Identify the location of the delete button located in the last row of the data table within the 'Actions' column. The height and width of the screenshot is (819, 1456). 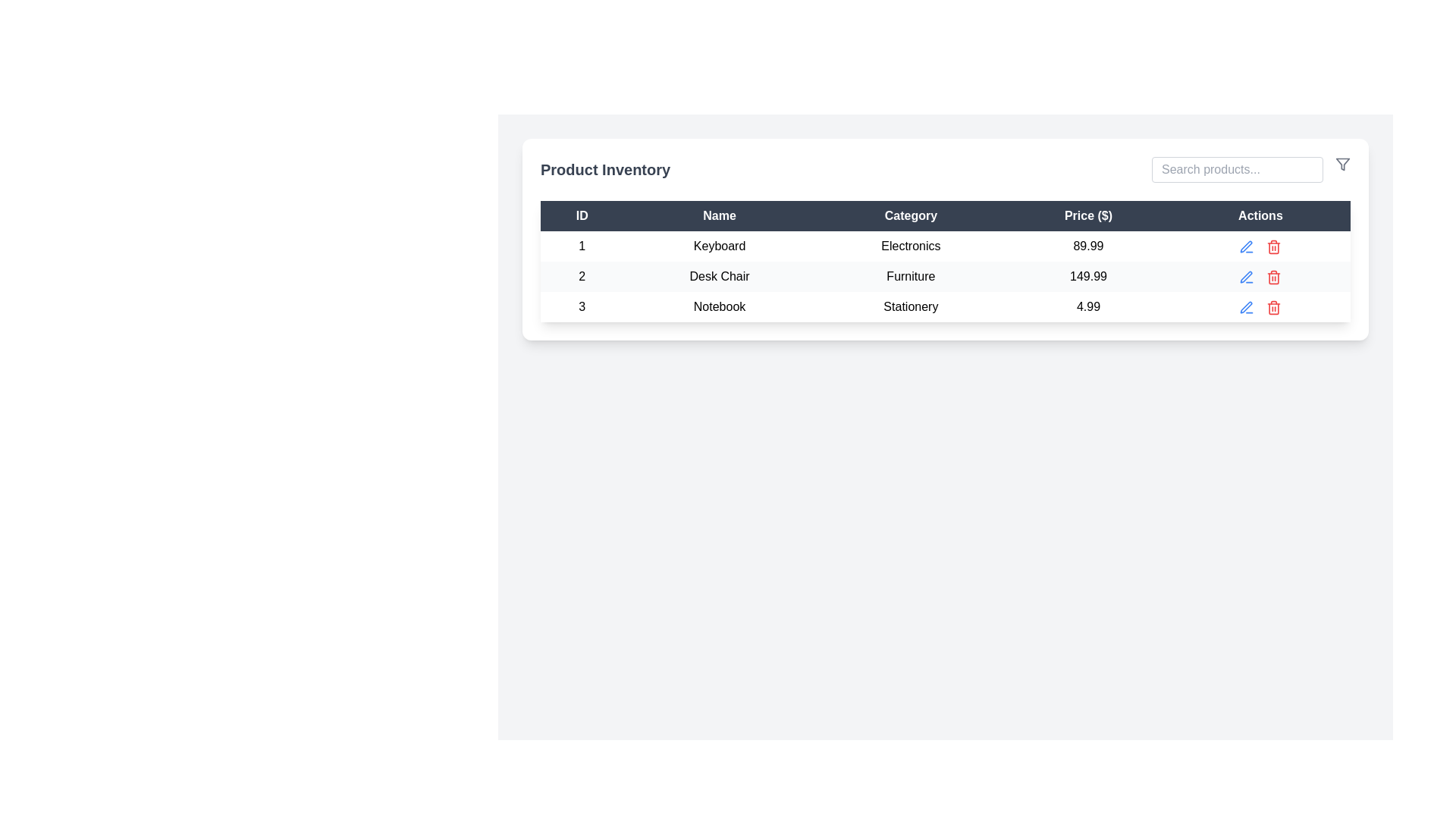
(1274, 307).